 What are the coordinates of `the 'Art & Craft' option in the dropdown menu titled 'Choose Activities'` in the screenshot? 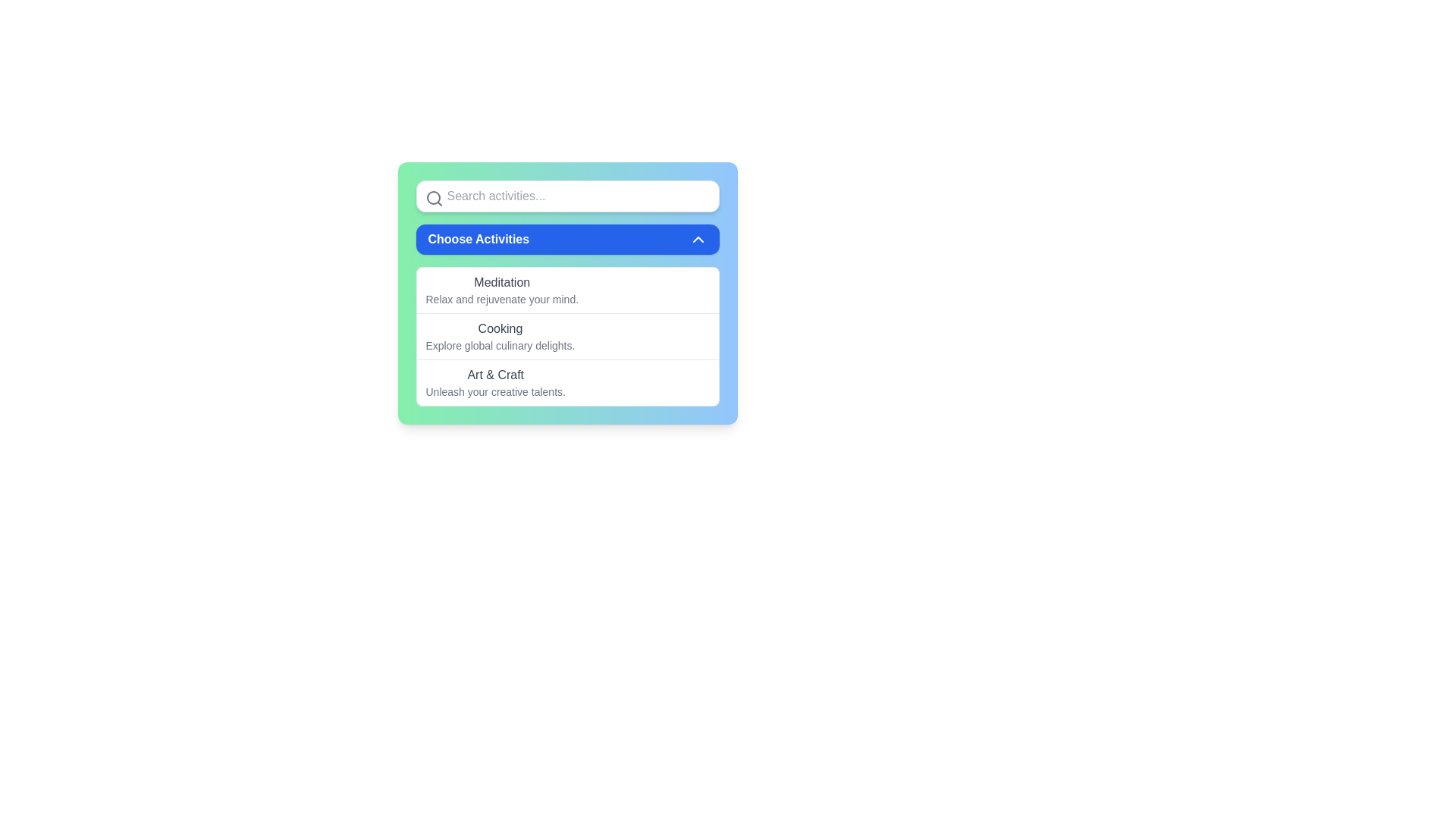 It's located at (495, 382).